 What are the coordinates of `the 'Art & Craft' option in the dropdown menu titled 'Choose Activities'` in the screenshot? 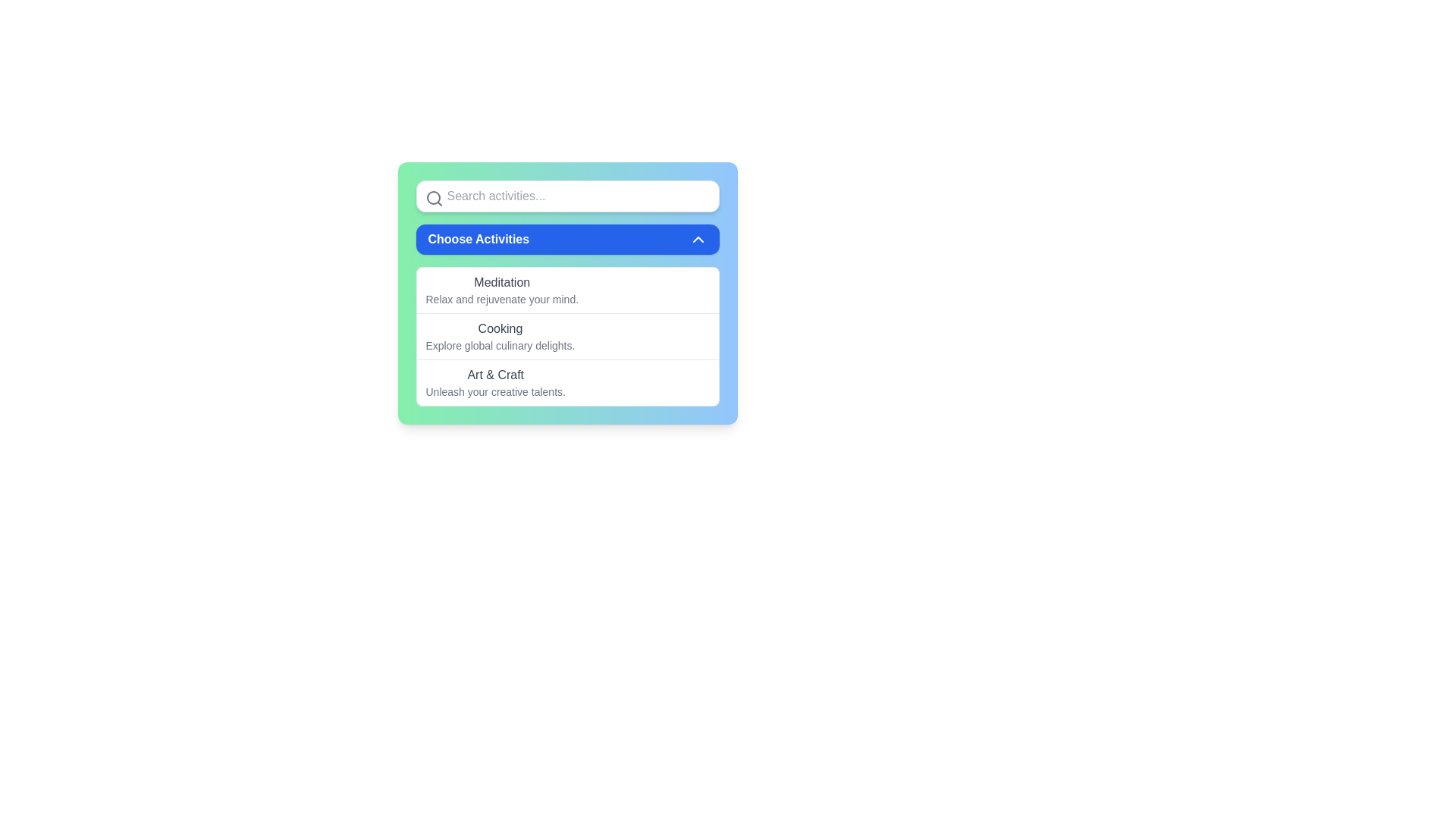 It's located at (495, 382).